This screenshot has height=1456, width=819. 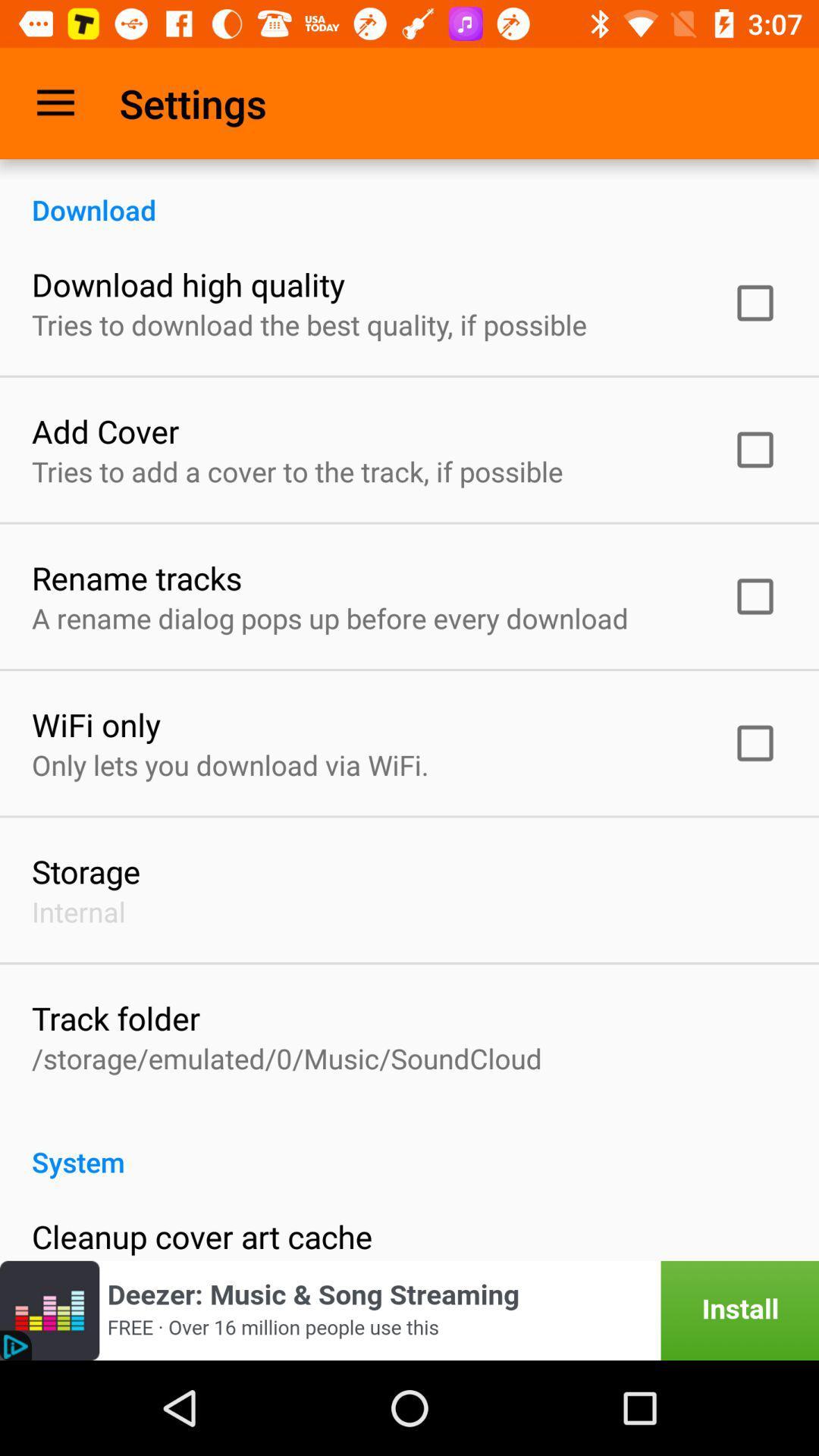 I want to click on the system, so click(x=409, y=1146).